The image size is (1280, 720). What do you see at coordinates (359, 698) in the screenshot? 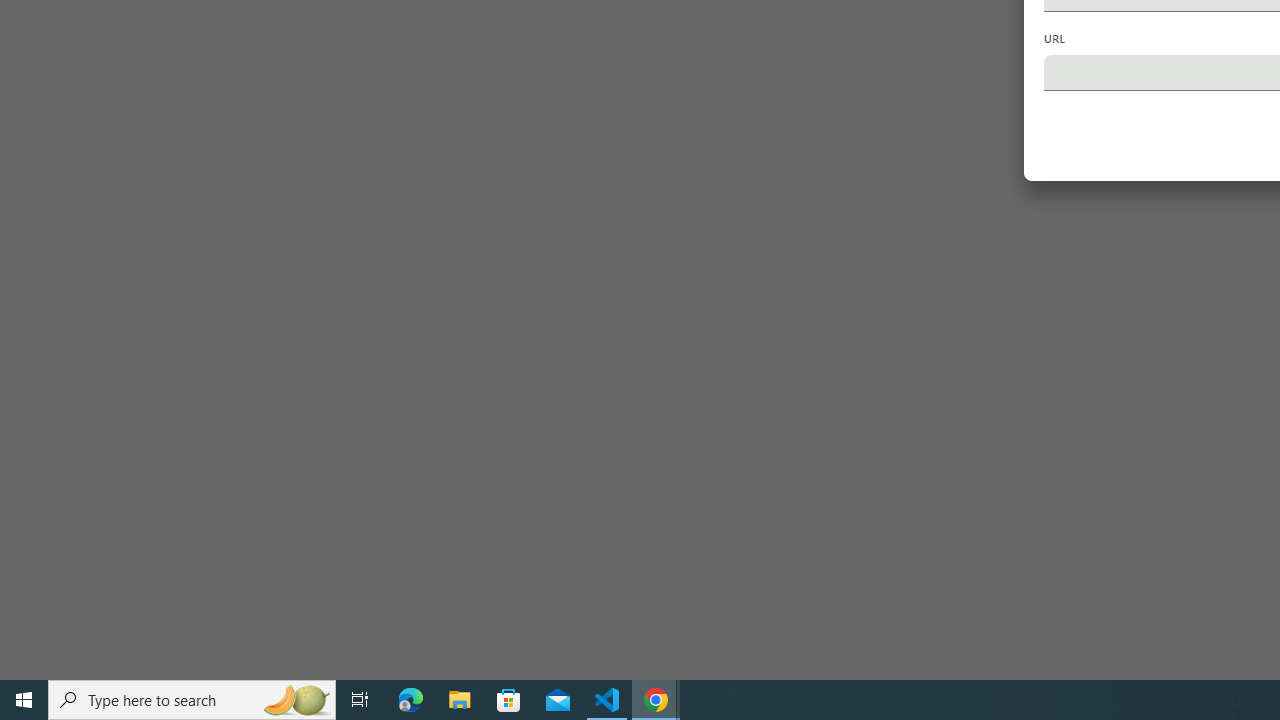
I see `'Task View'` at bounding box center [359, 698].